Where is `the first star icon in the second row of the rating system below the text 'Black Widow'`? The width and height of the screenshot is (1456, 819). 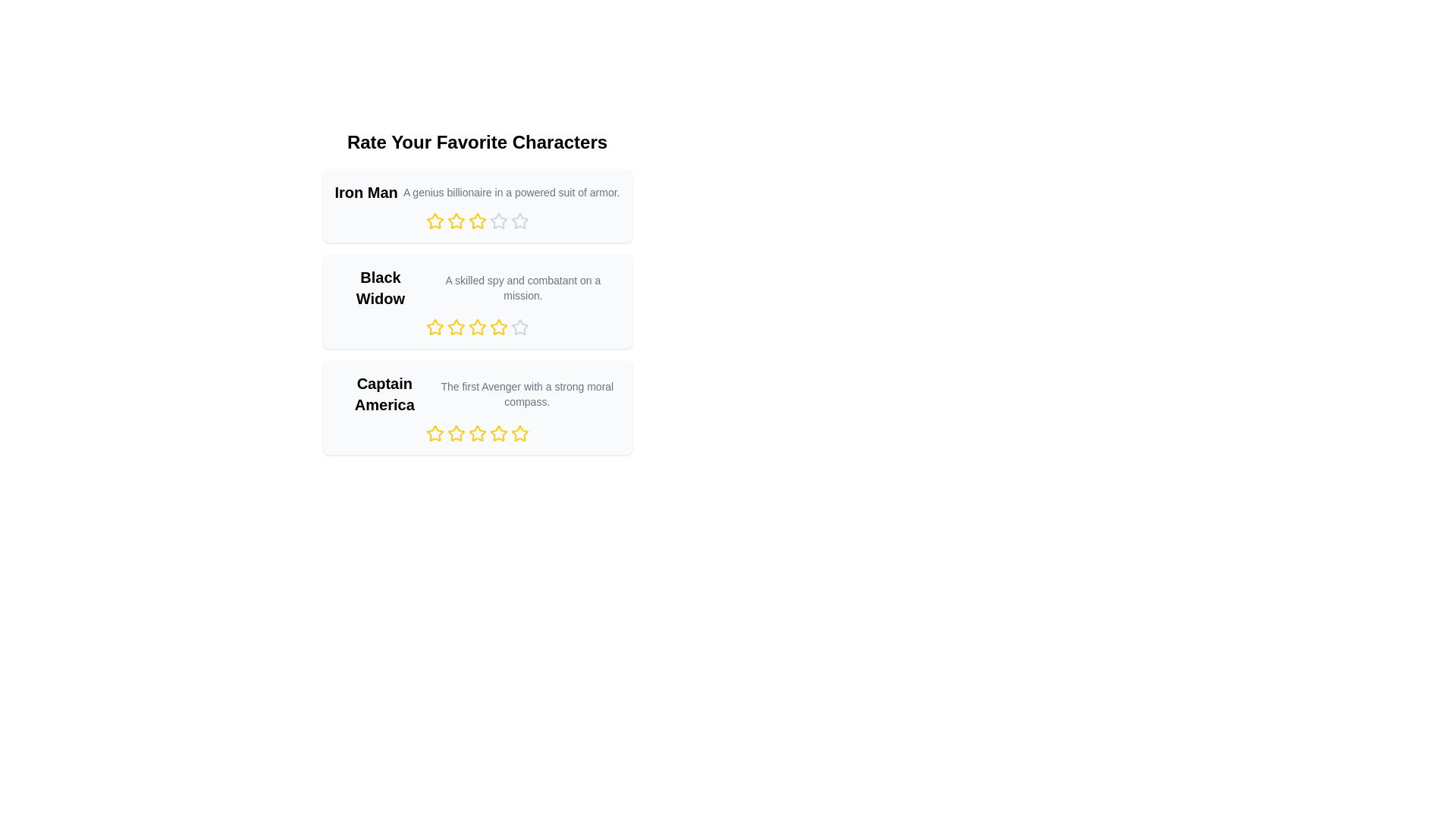
the first star icon in the second row of the rating system below the text 'Black Widow' is located at coordinates (434, 326).